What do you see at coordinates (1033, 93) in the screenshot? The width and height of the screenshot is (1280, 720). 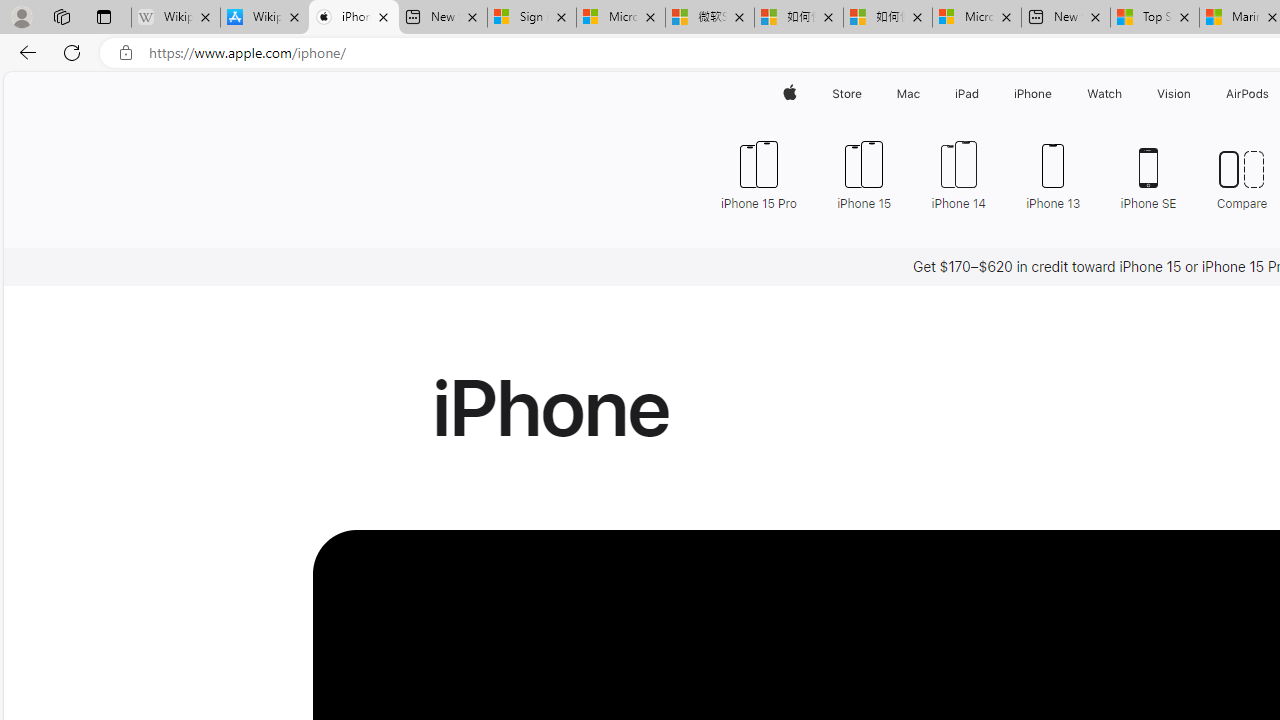 I see `'iPhone'` at bounding box center [1033, 93].